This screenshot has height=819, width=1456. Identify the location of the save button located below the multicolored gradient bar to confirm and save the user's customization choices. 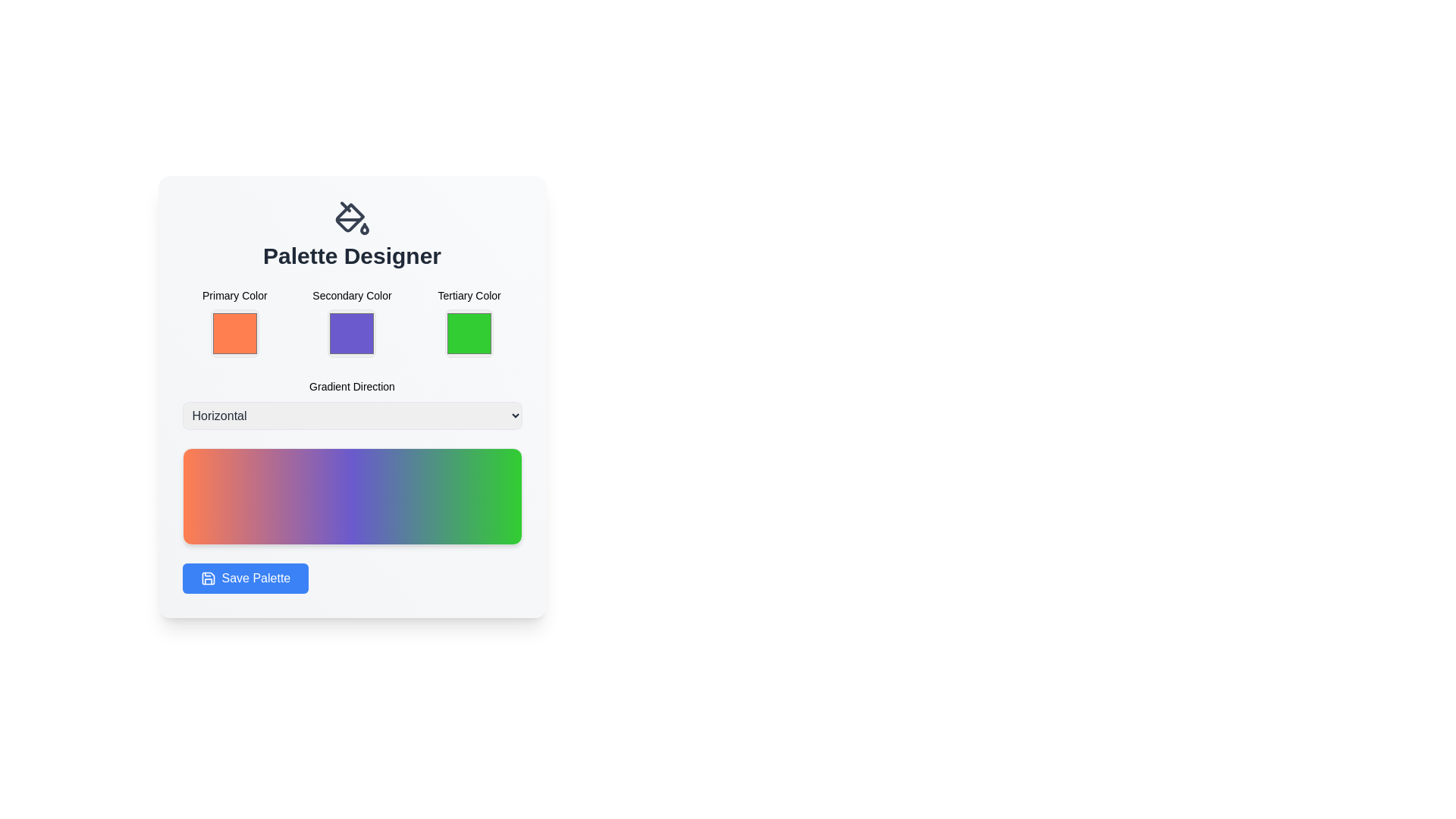
(245, 579).